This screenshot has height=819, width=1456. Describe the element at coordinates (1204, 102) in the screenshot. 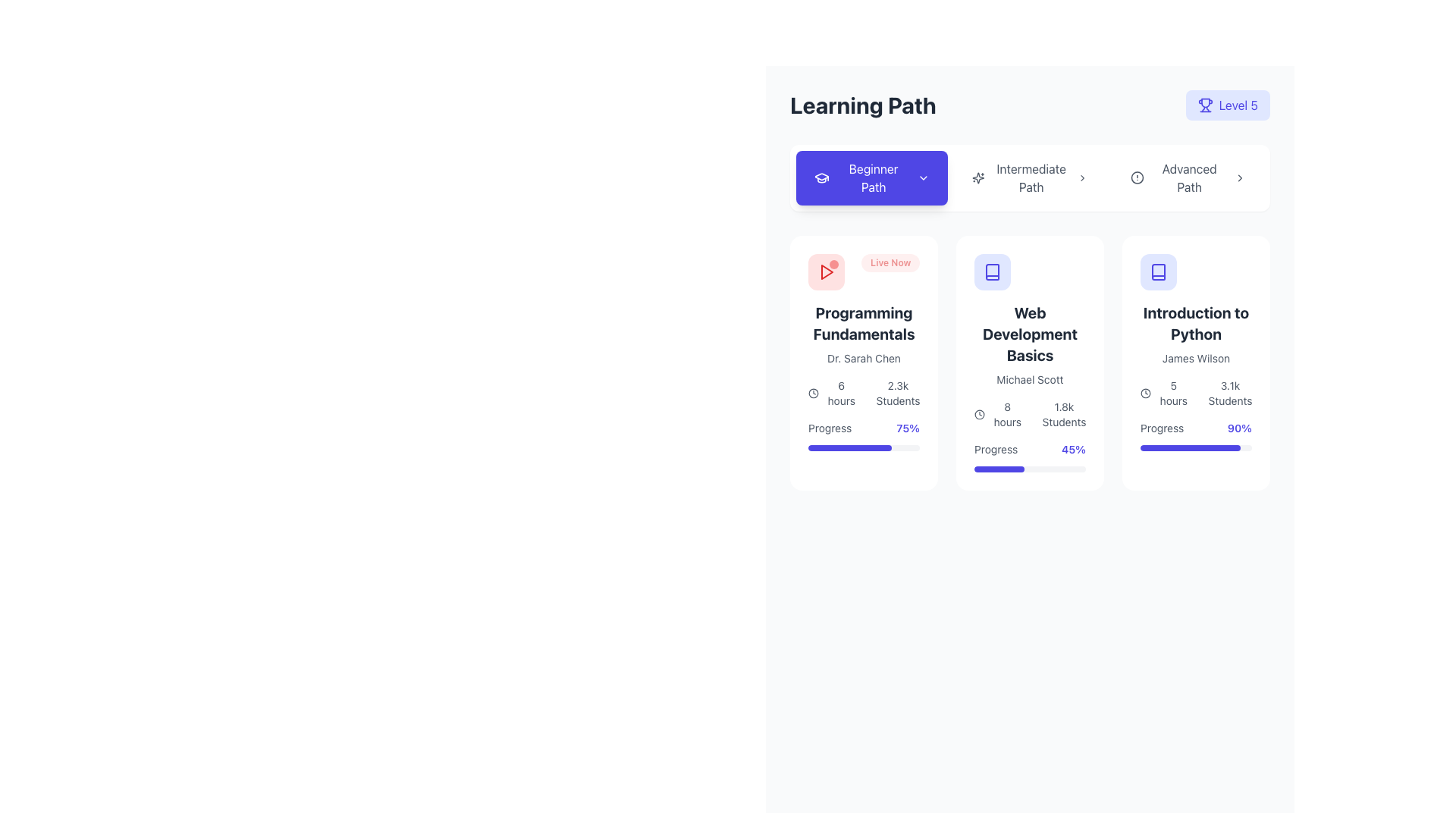

I see `the trophy icon in the top-right section of the interface, which represents an achievement or level, located near the 'Level 5' label` at that location.